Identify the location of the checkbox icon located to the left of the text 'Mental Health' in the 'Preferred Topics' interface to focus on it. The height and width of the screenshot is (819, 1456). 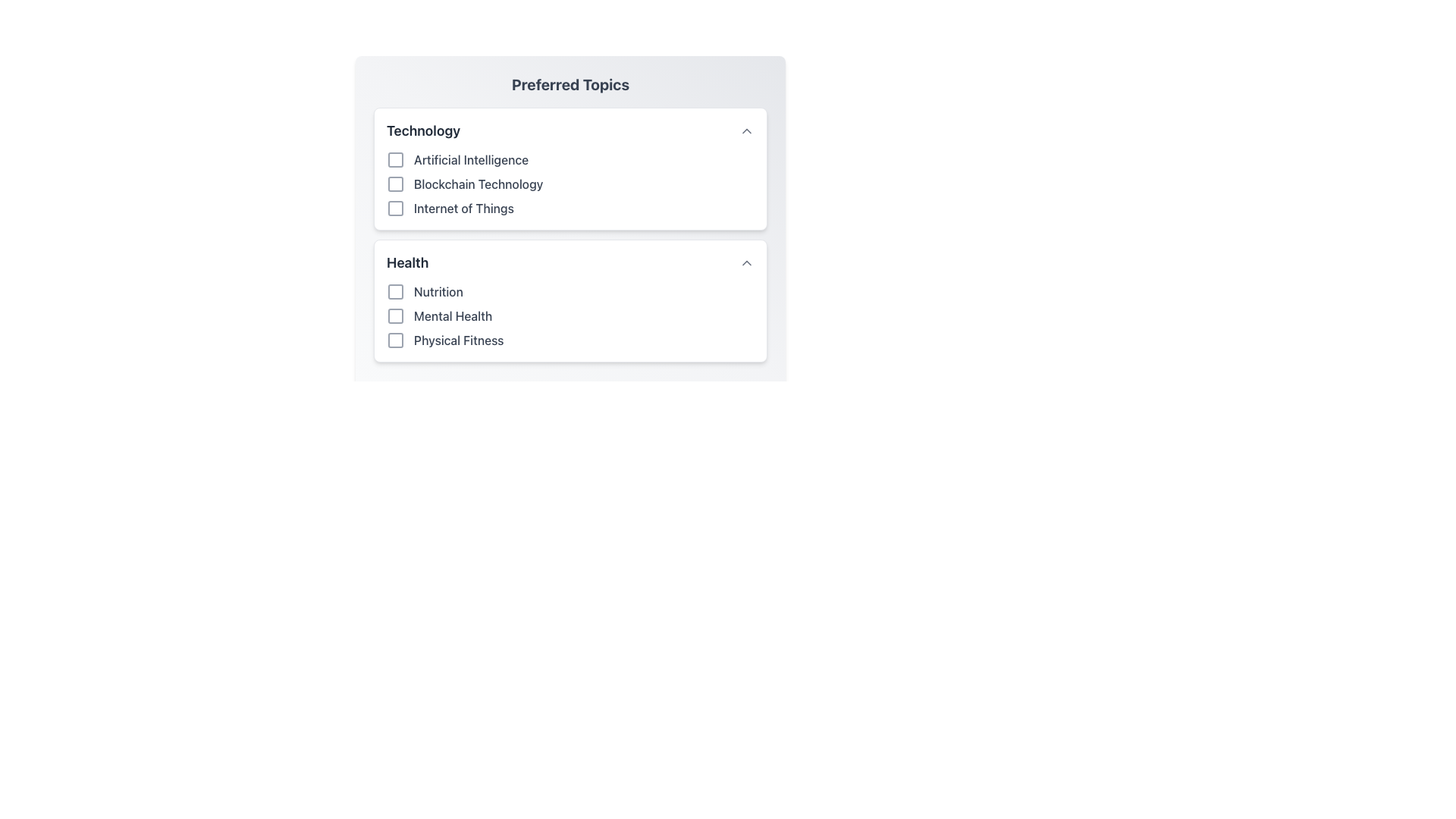
(396, 315).